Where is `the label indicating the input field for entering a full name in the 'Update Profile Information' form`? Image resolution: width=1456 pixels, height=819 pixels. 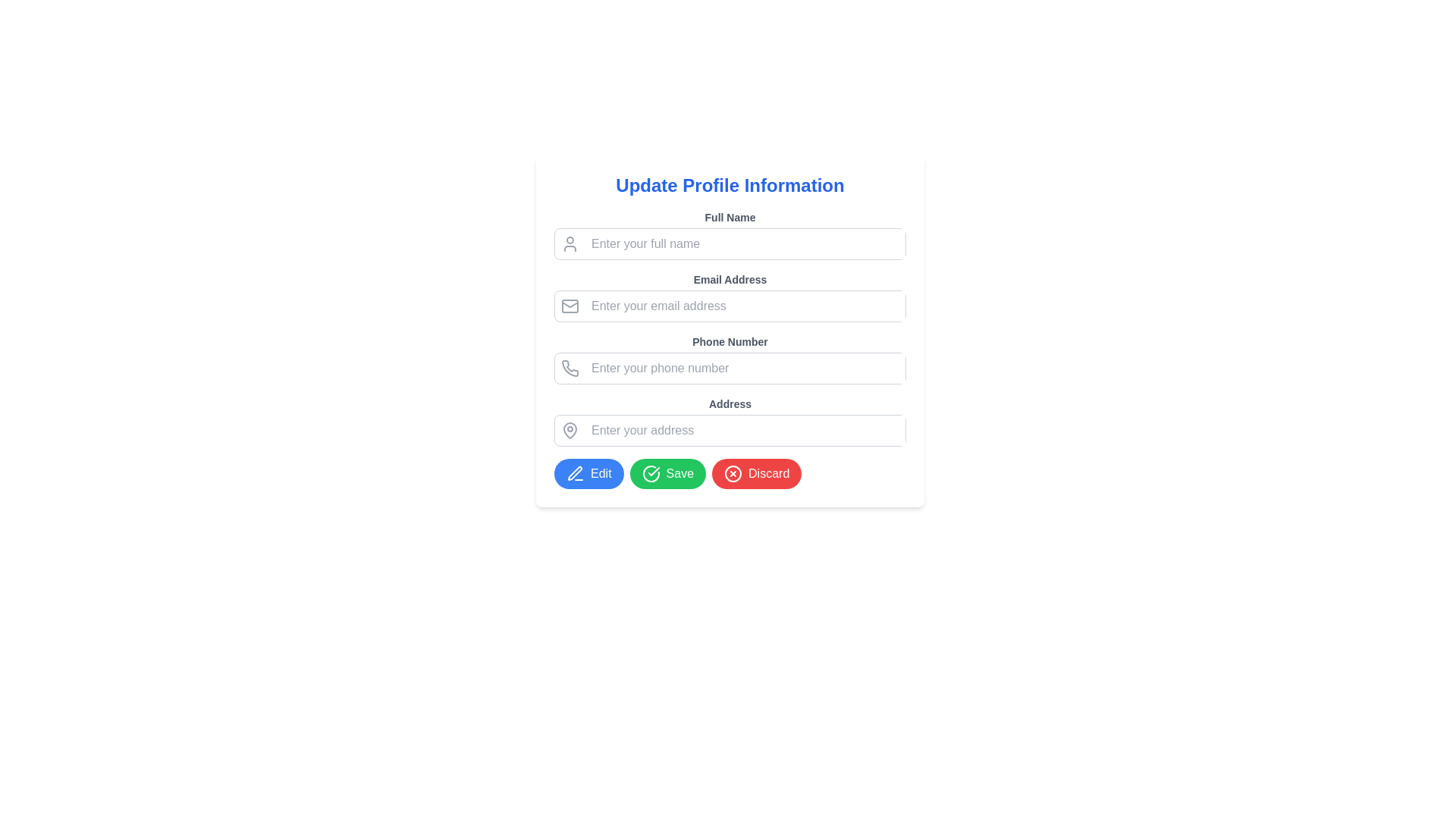 the label indicating the input field for entering a full name in the 'Update Profile Information' form is located at coordinates (730, 217).